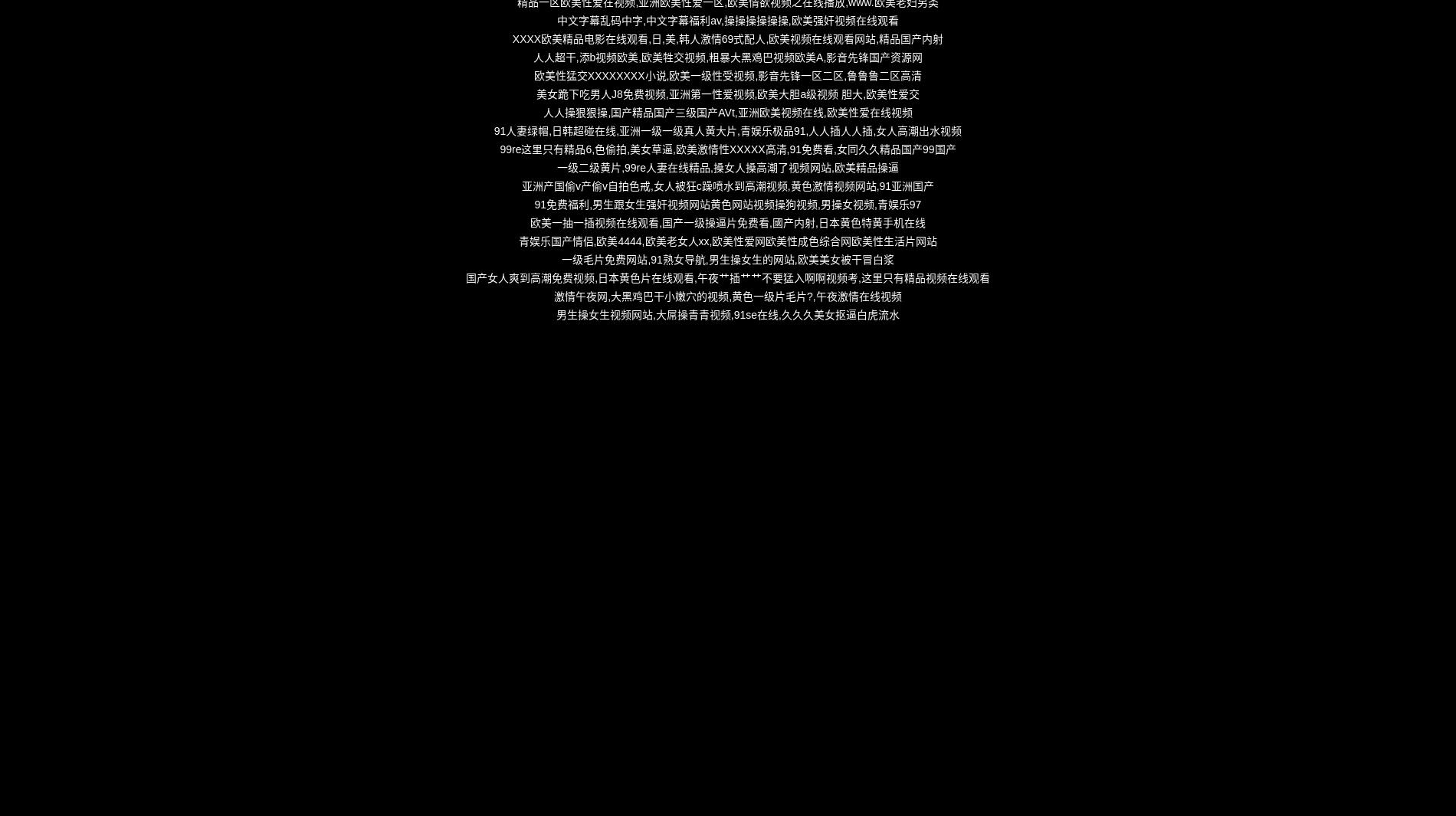 This screenshot has width=1456, height=816. Describe the element at coordinates (726, 221) in the screenshot. I see `'欧美一抽一插视频在线观看,国产一级操逼片免费看,國产内射,日本黄色特黄手机在线'` at that location.